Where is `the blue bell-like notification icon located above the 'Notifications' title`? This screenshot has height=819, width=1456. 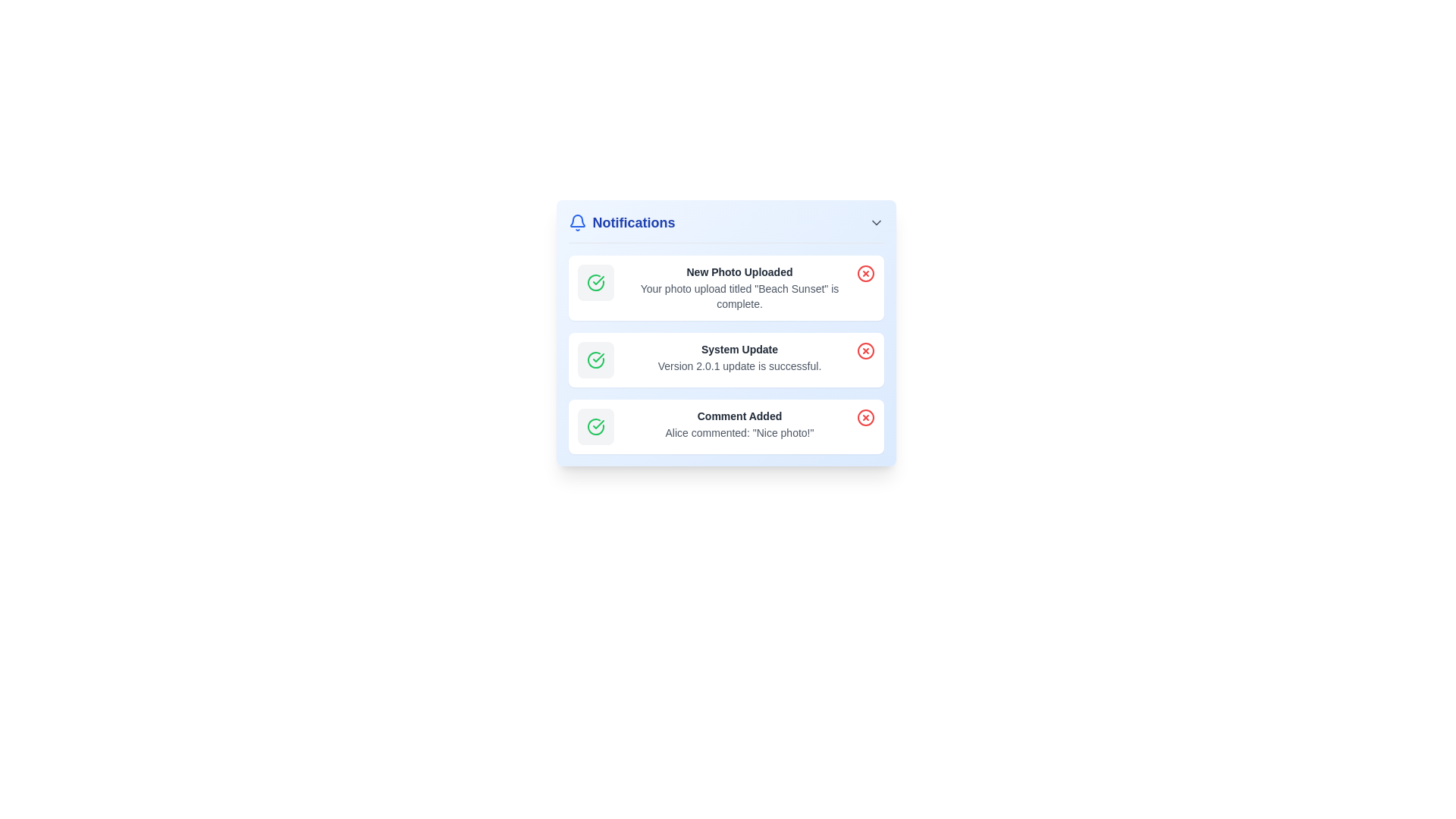
the blue bell-like notification icon located above the 'Notifications' title is located at coordinates (576, 221).